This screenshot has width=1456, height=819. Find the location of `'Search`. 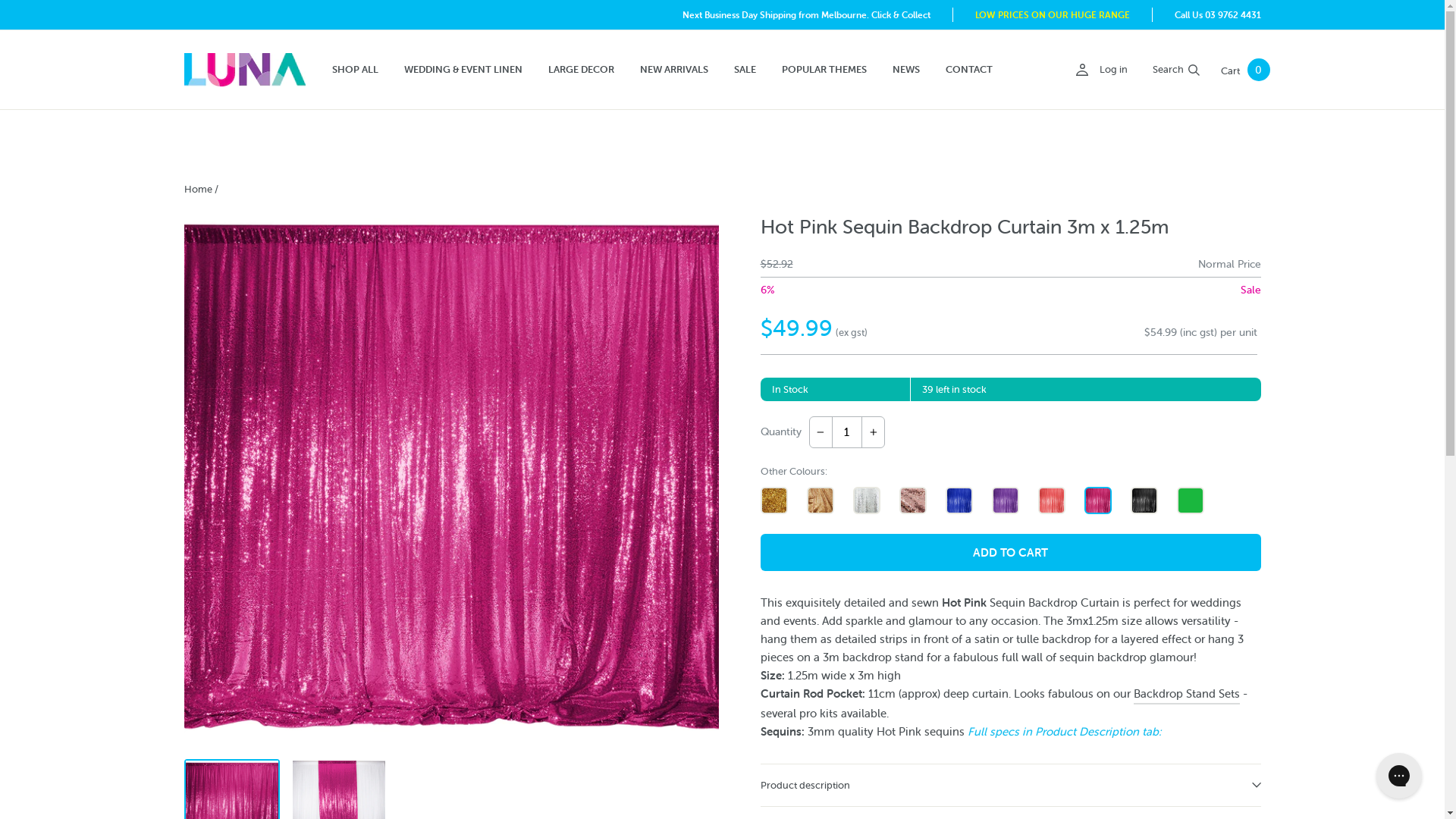

'Search is located at coordinates (1143, 70).